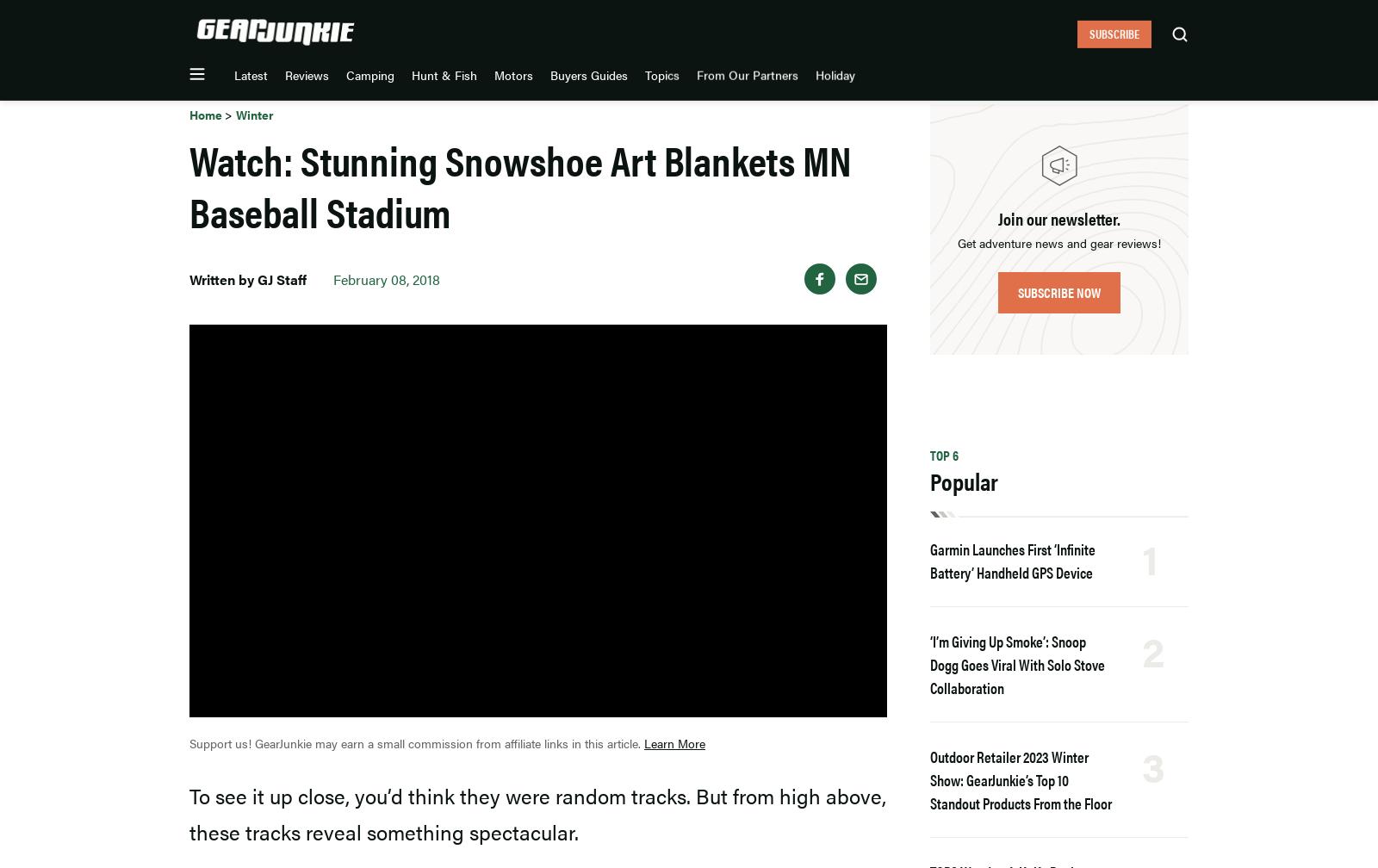  Describe the element at coordinates (652, 28) in the screenshot. I see `'Motors'` at that location.